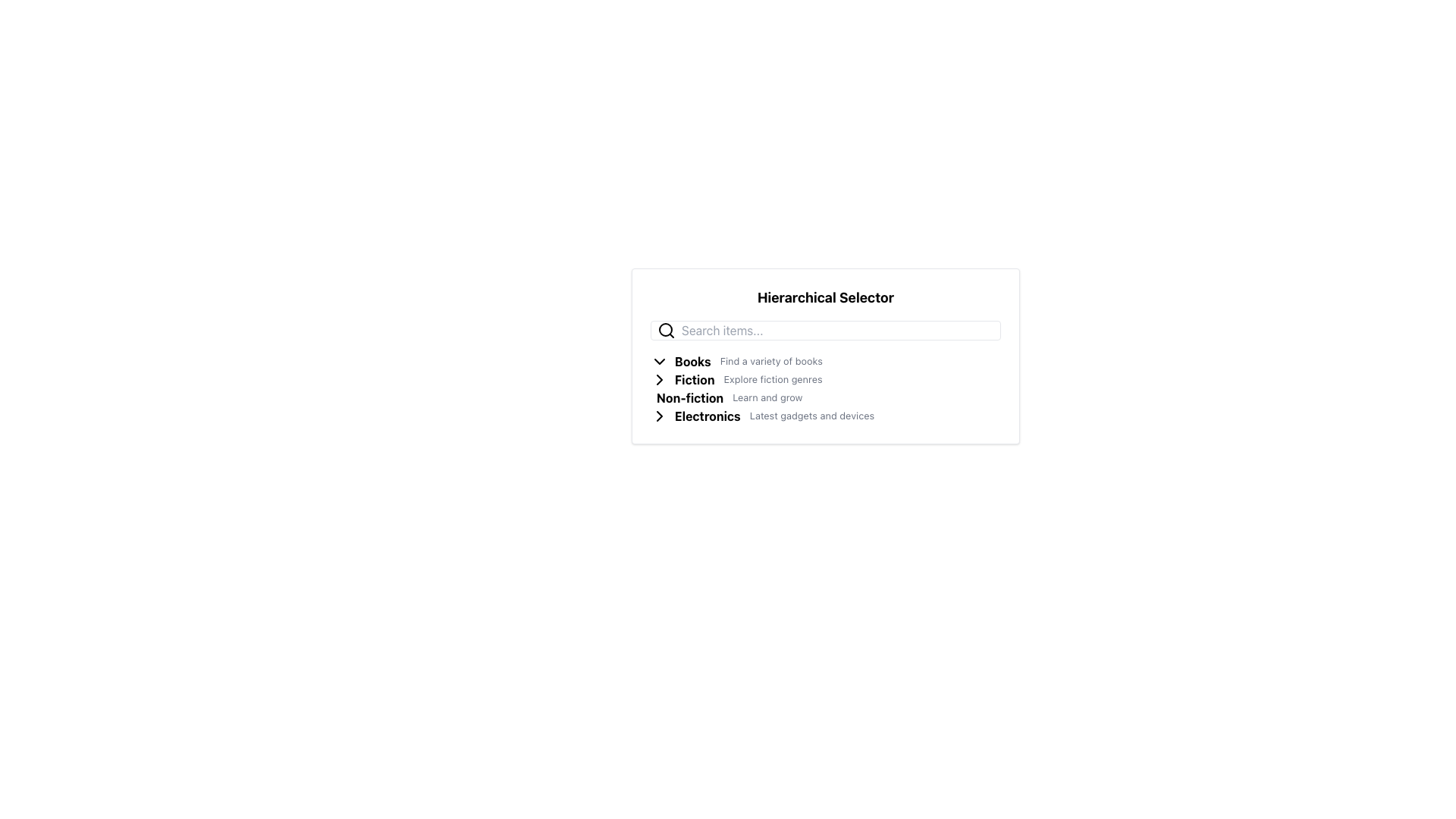 The height and width of the screenshot is (819, 1456). What do you see at coordinates (707, 416) in the screenshot?
I see `the 'Electronics' text label located below the 'Non-fiction' item in the hierarchical selector menu` at bounding box center [707, 416].